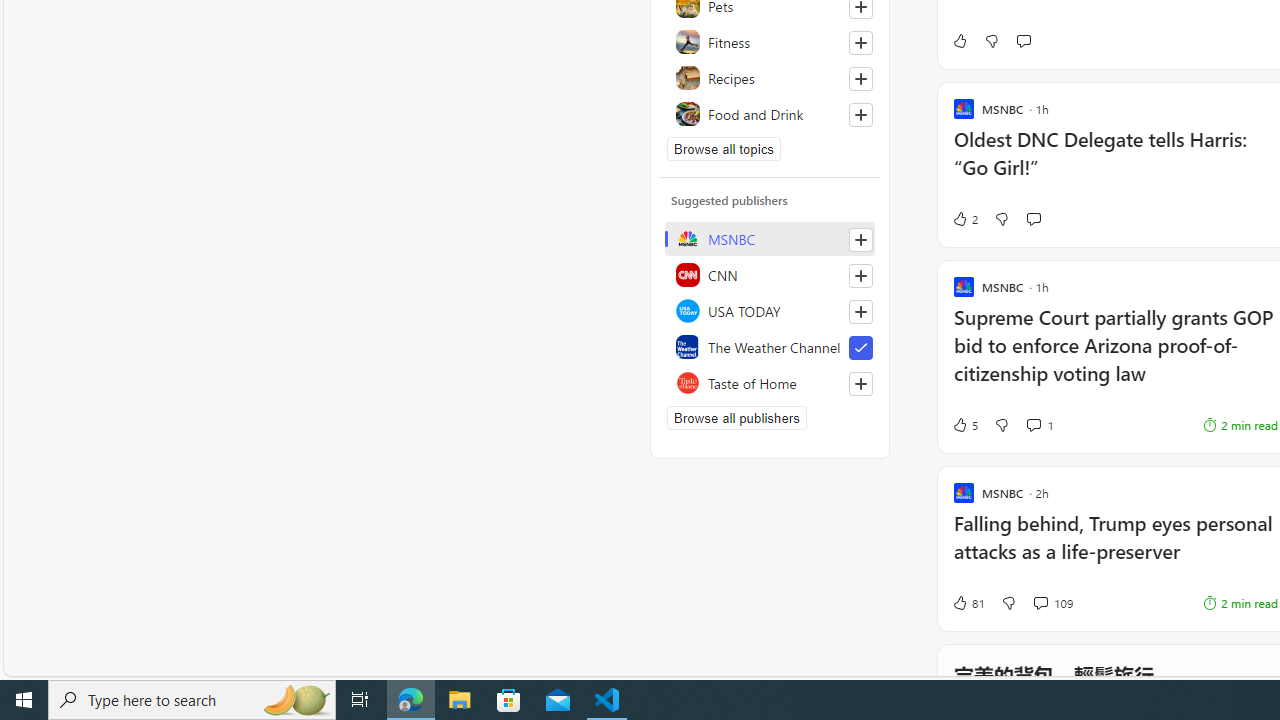 The height and width of the screenshot is (720, 1280). What do you see at coordinates (723, 148) in the screenshot?
I see `'Browse all topics'` at bounding box center [723, 148].